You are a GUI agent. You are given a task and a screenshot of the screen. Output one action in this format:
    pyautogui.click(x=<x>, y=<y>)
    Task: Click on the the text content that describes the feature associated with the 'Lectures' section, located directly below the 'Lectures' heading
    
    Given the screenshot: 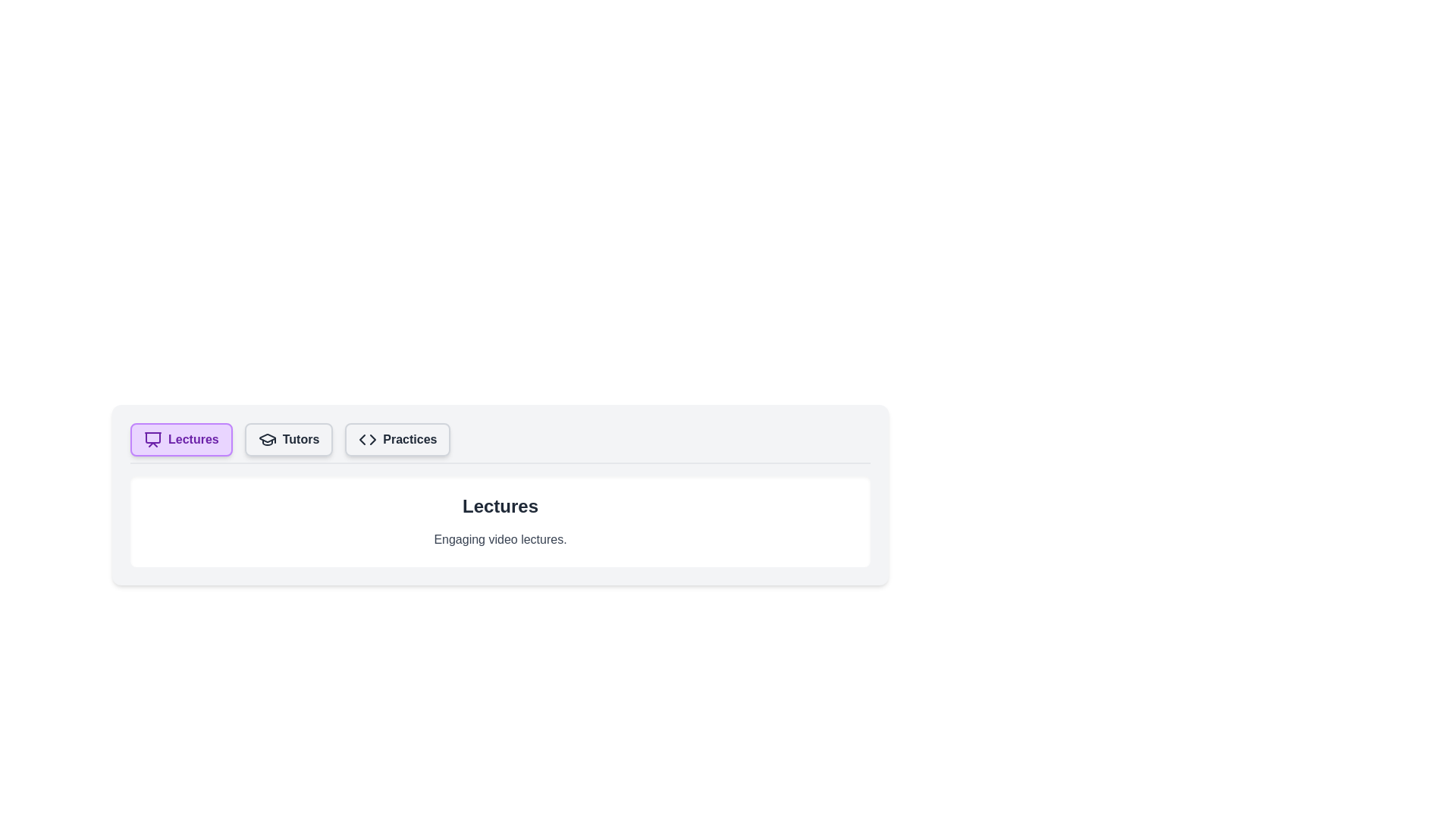 What is the action you would take?
    pyautogui.click(x=500, y=539)
    